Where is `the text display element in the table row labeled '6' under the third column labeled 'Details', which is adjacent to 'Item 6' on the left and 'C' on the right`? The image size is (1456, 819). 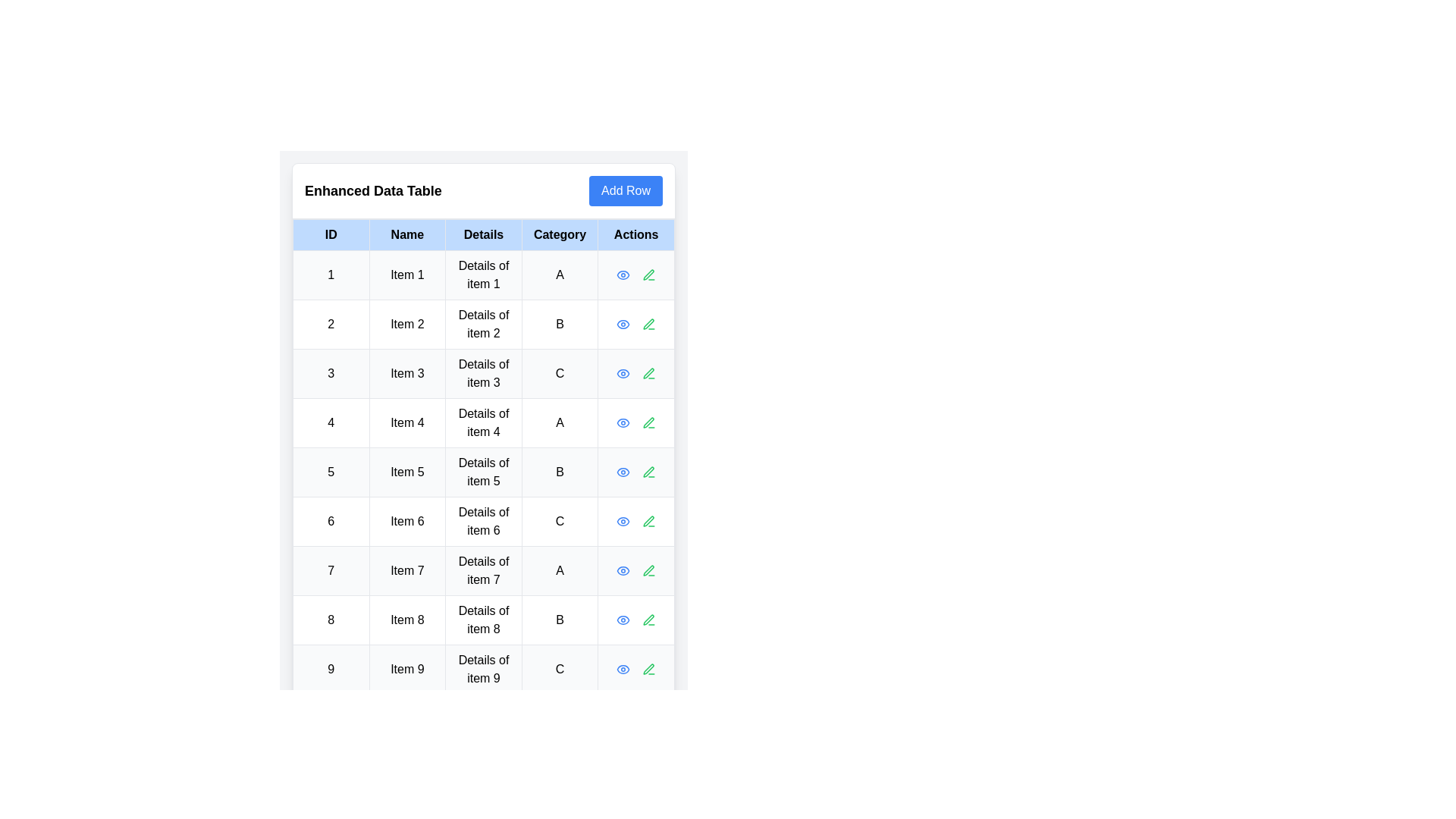 the text display element in the table row labeled '6' under the third column labeled 'Details', which is adjacent to 'Item 6' on the left and 'C' on the right is located at coordinates (483, 520).